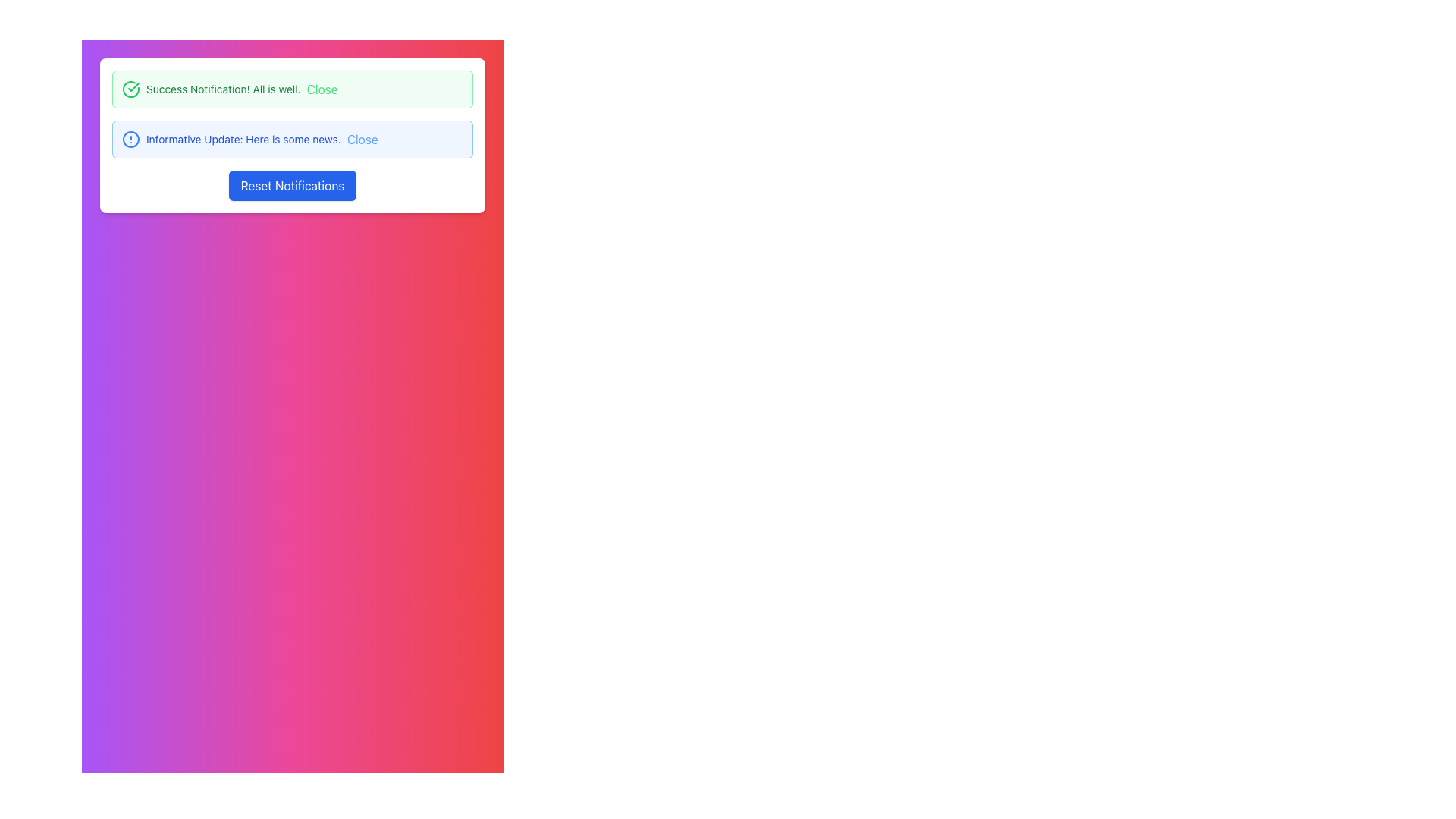  Describe the element at coordinates (130, 89) in the screenshot. I see `the success indicator icon located in the notification bar, to the left of the text 'Success Notification! All is well.'` at that location.